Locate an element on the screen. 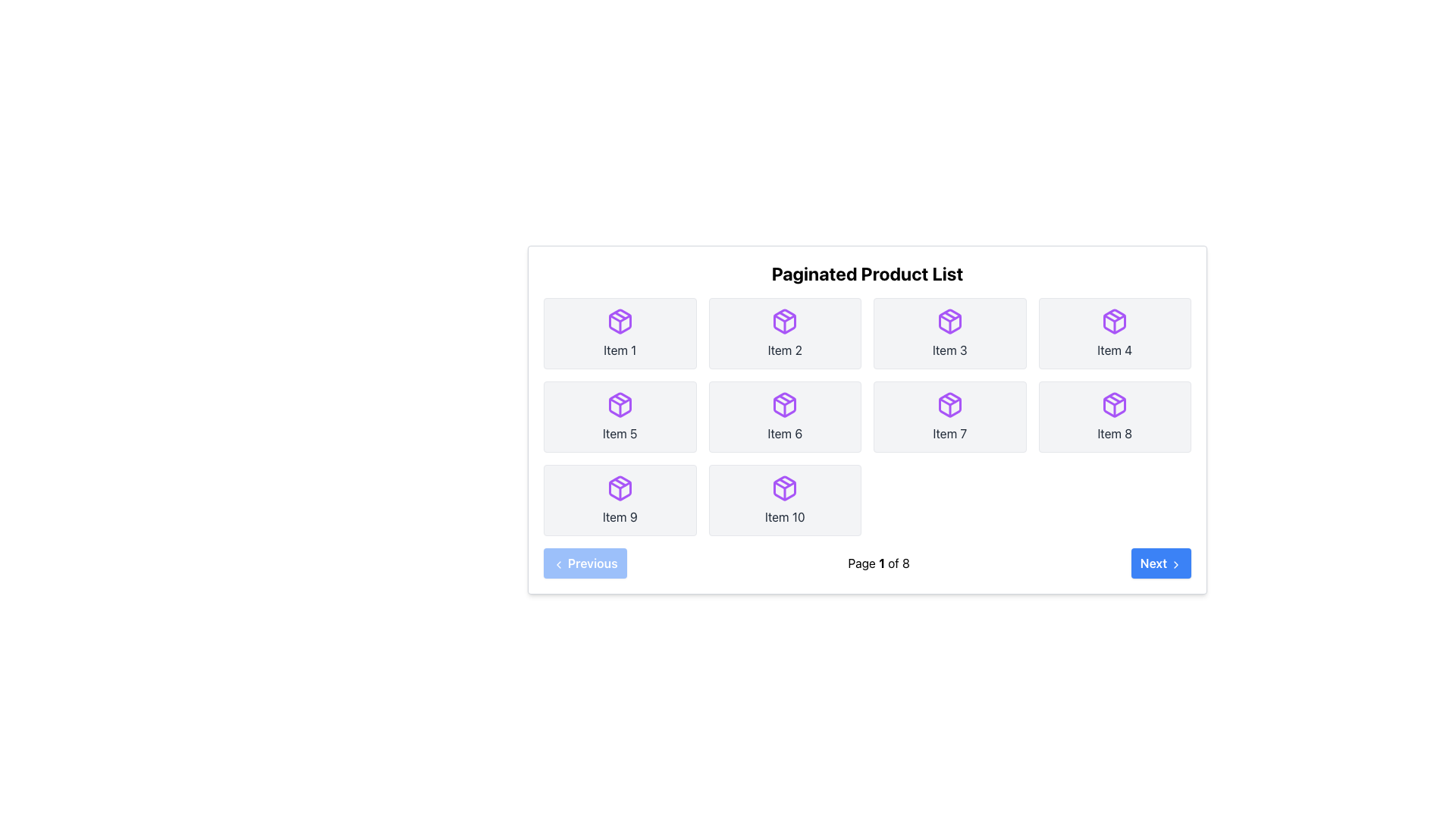 This screenshot has height=819, width=1456. the graphical icon representing 'Item 10', which has purple outlines and is located is located at coordinates (785, 488).